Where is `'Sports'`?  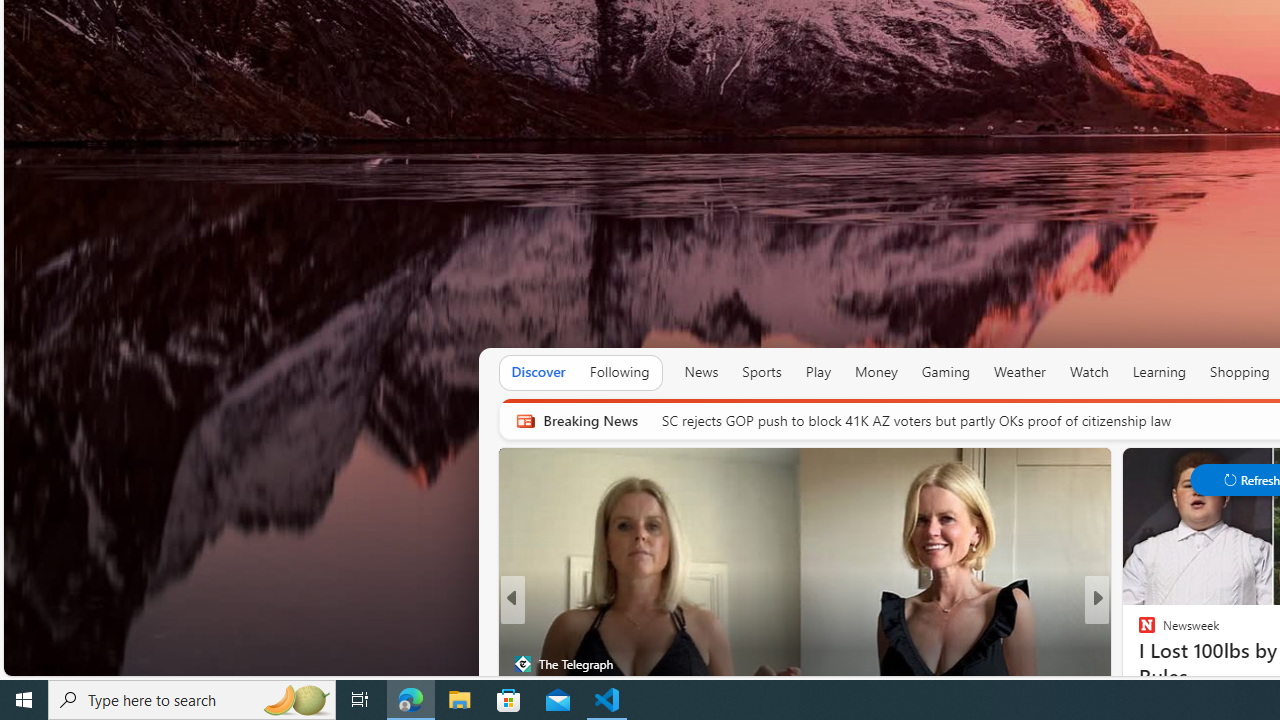 'Sports' is located at coordinates (760, 371).